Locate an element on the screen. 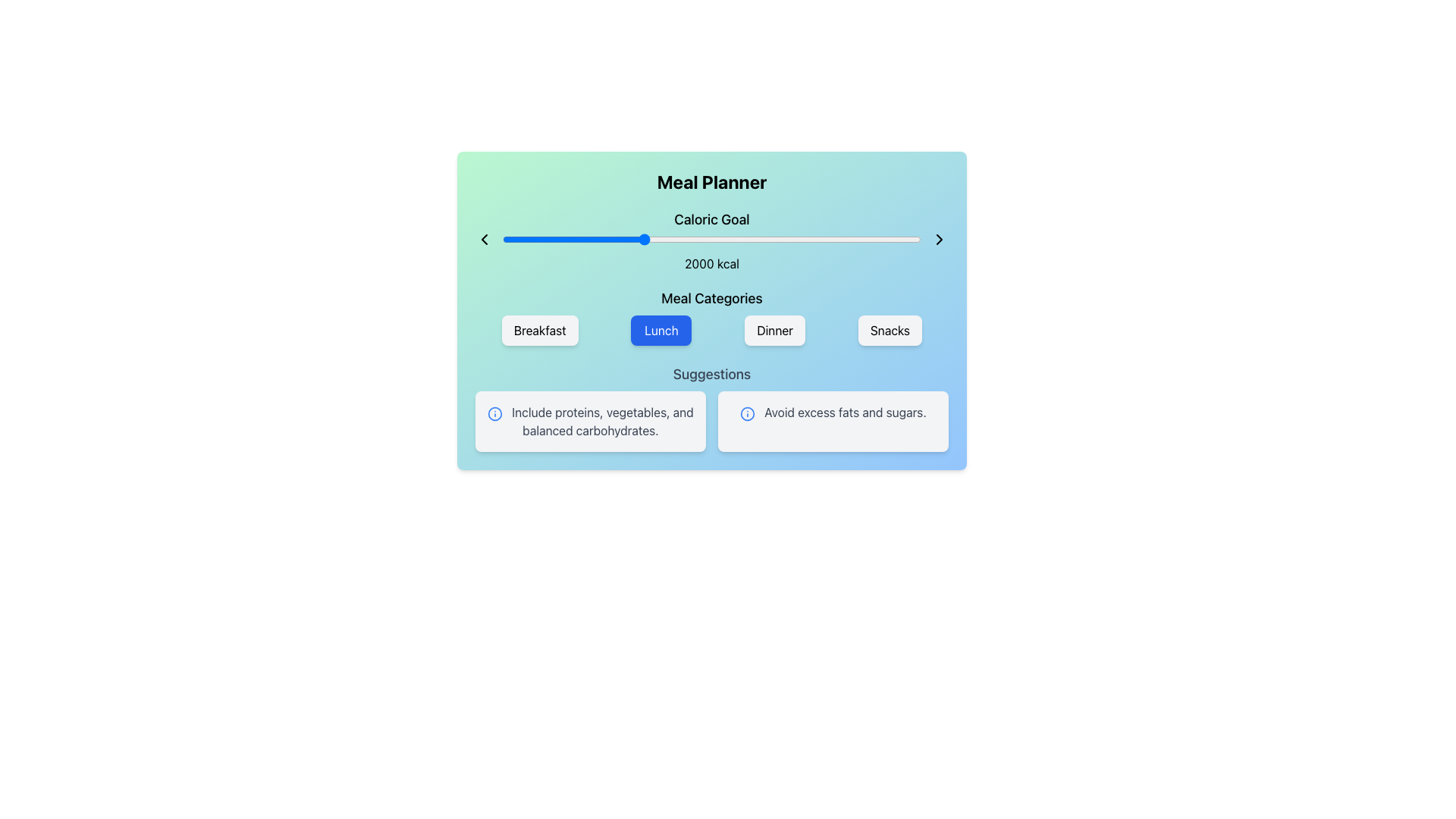  the first button from the left in the 'Meal Categories' section is located at coordinates (540, 329).